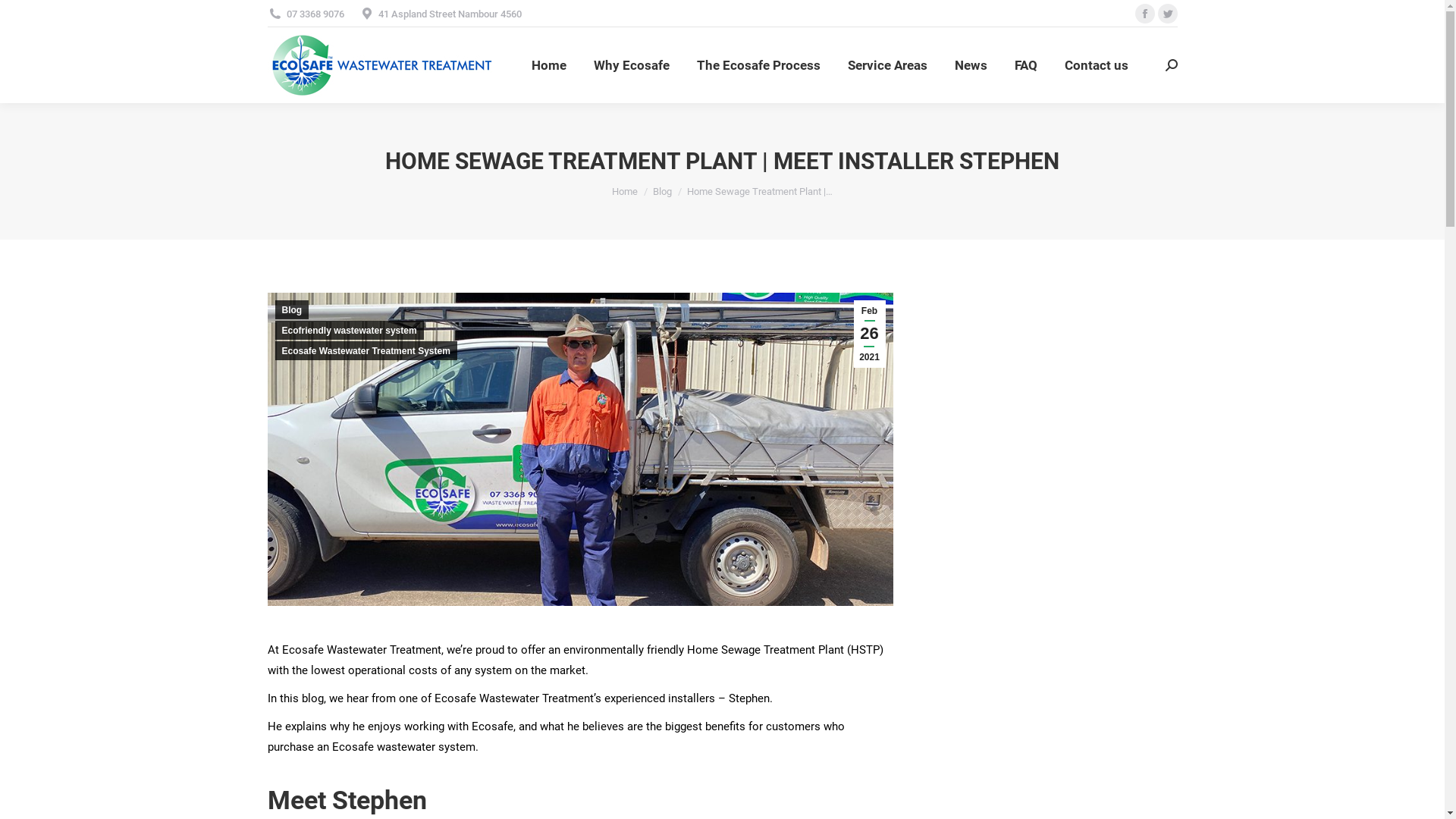  Describe the element at coordinates (304, 13) in the screenshot. I see `'07 3368 9076'` at that location.